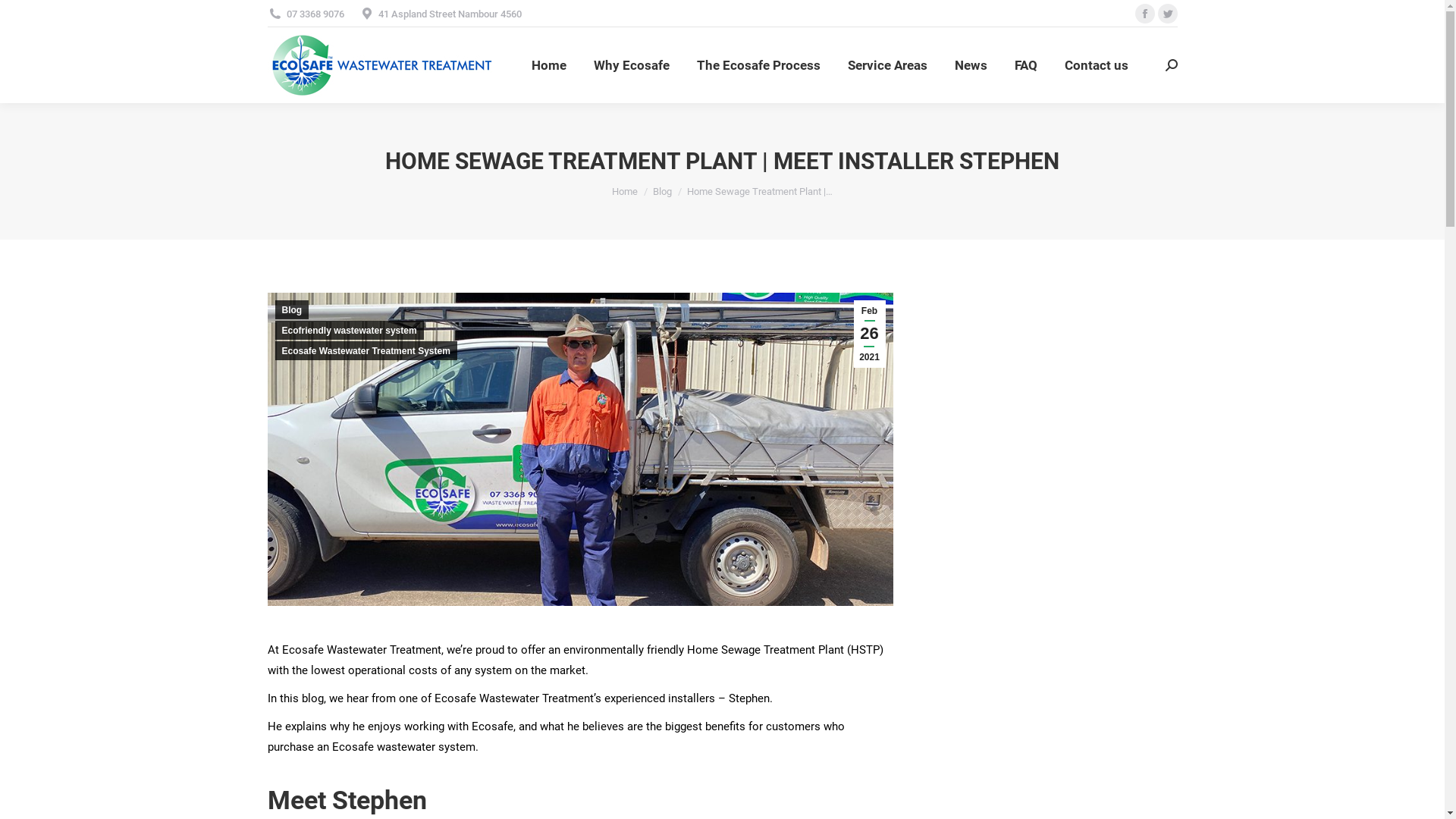  Describe the element at coordinates (304, 13) in the screenshot. I see `'07 3368 9076'` at that location.